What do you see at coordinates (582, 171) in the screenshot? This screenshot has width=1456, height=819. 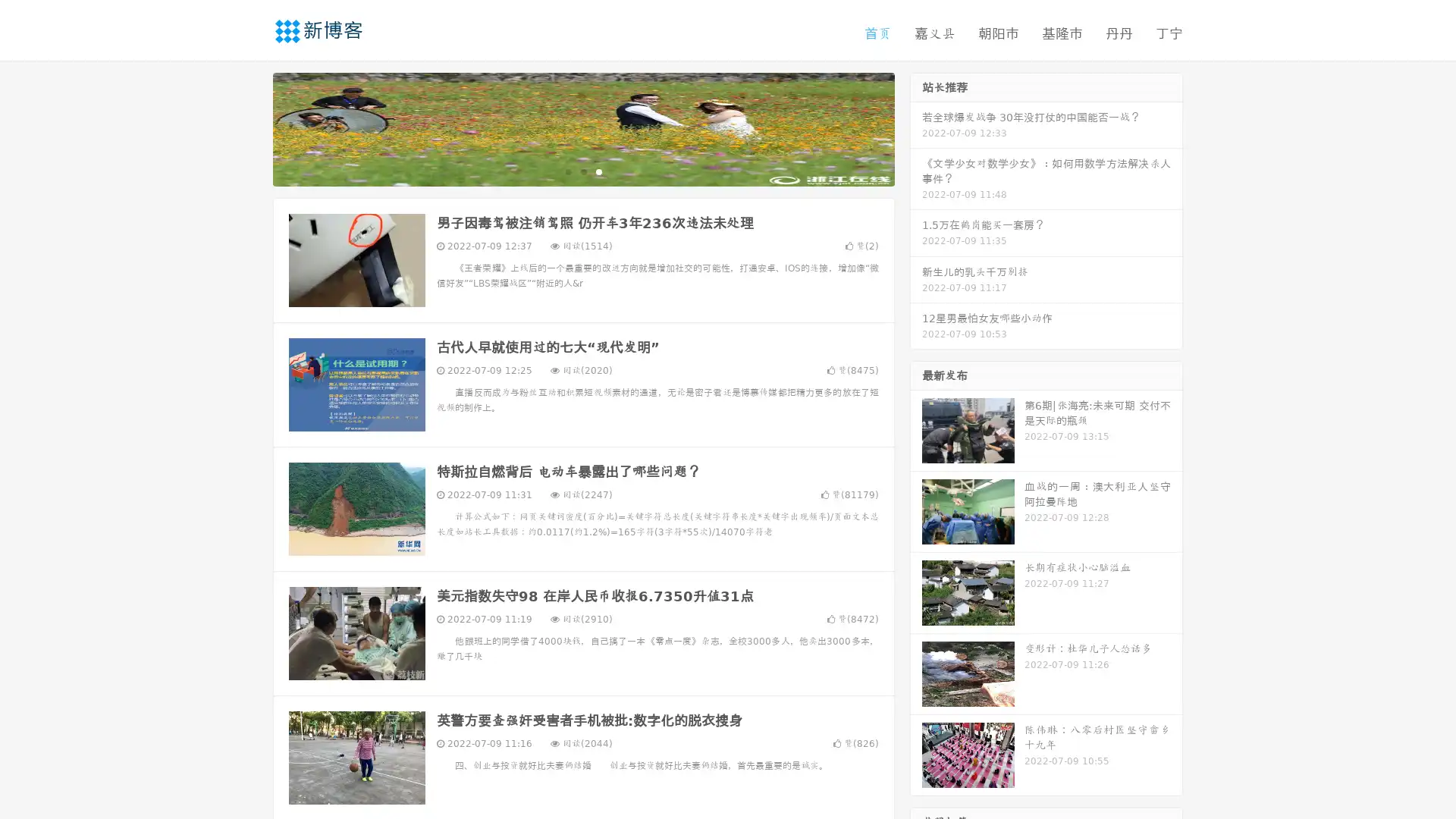 I see `Go to slide 2` at bounding box center [582, 171].